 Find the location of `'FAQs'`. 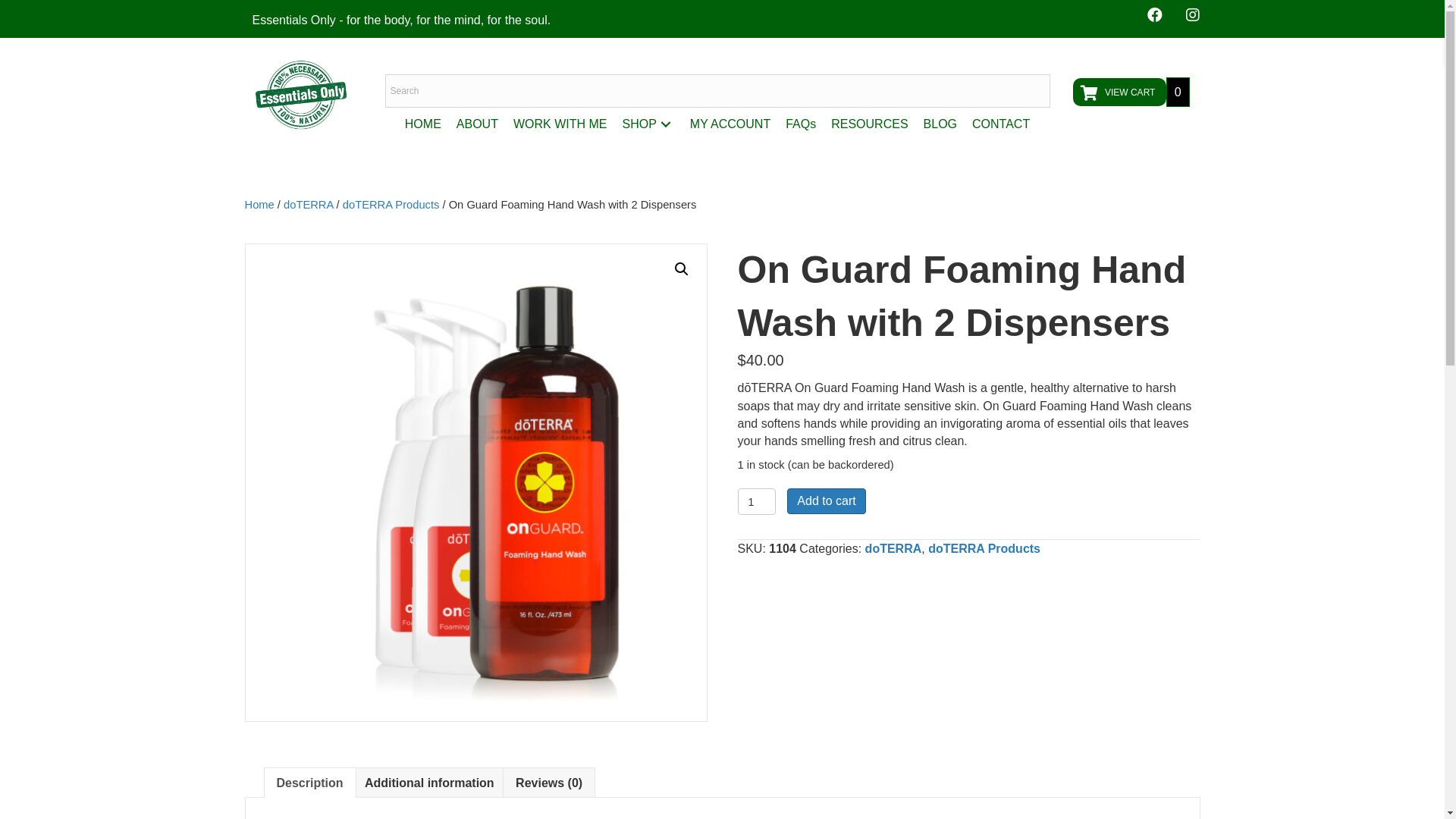

'FAQs' is located at coordinates (778, 123).